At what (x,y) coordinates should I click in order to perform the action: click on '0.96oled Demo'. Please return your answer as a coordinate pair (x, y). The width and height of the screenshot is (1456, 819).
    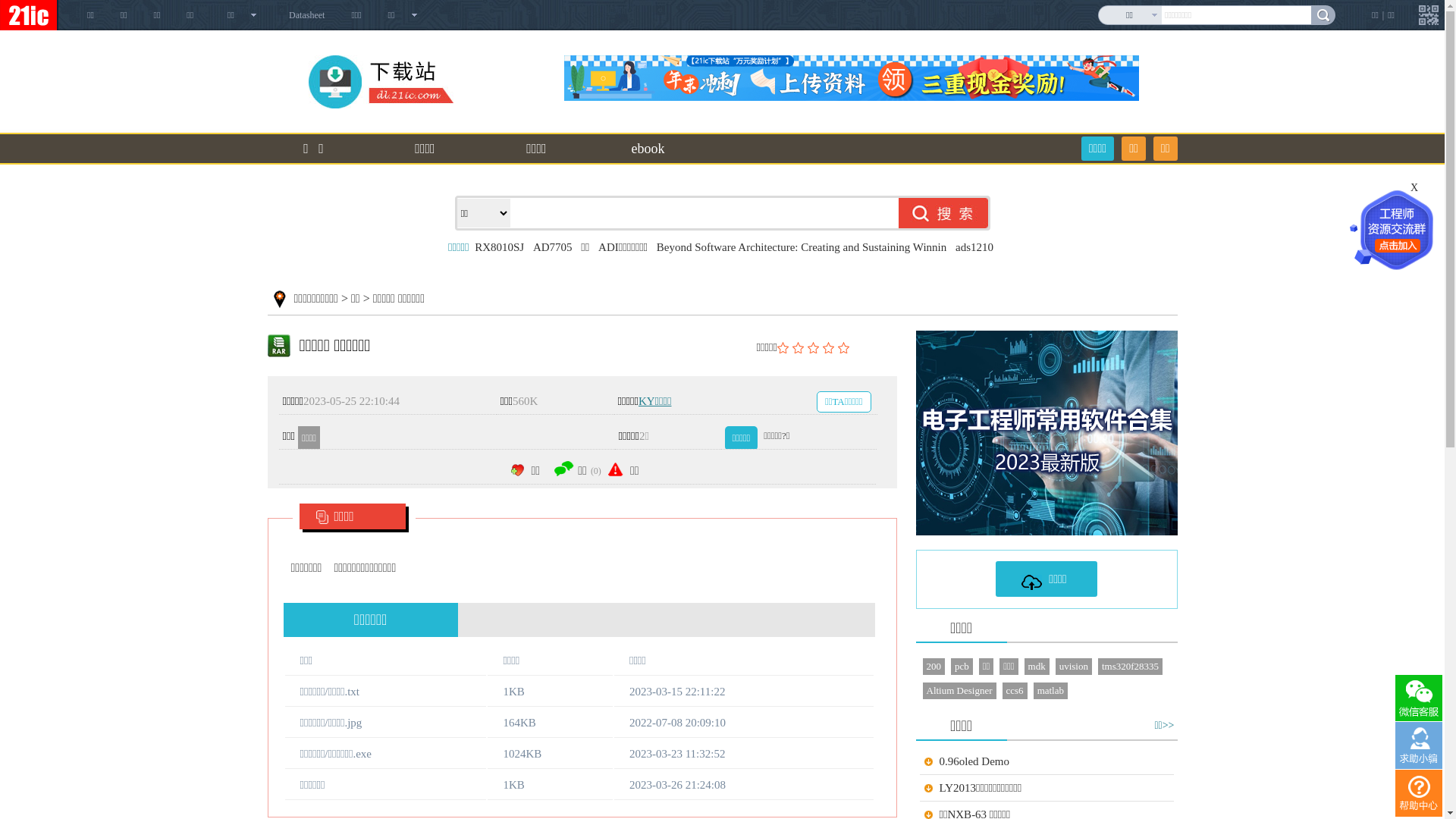
    Looking at the image, I should click on (938, 761).